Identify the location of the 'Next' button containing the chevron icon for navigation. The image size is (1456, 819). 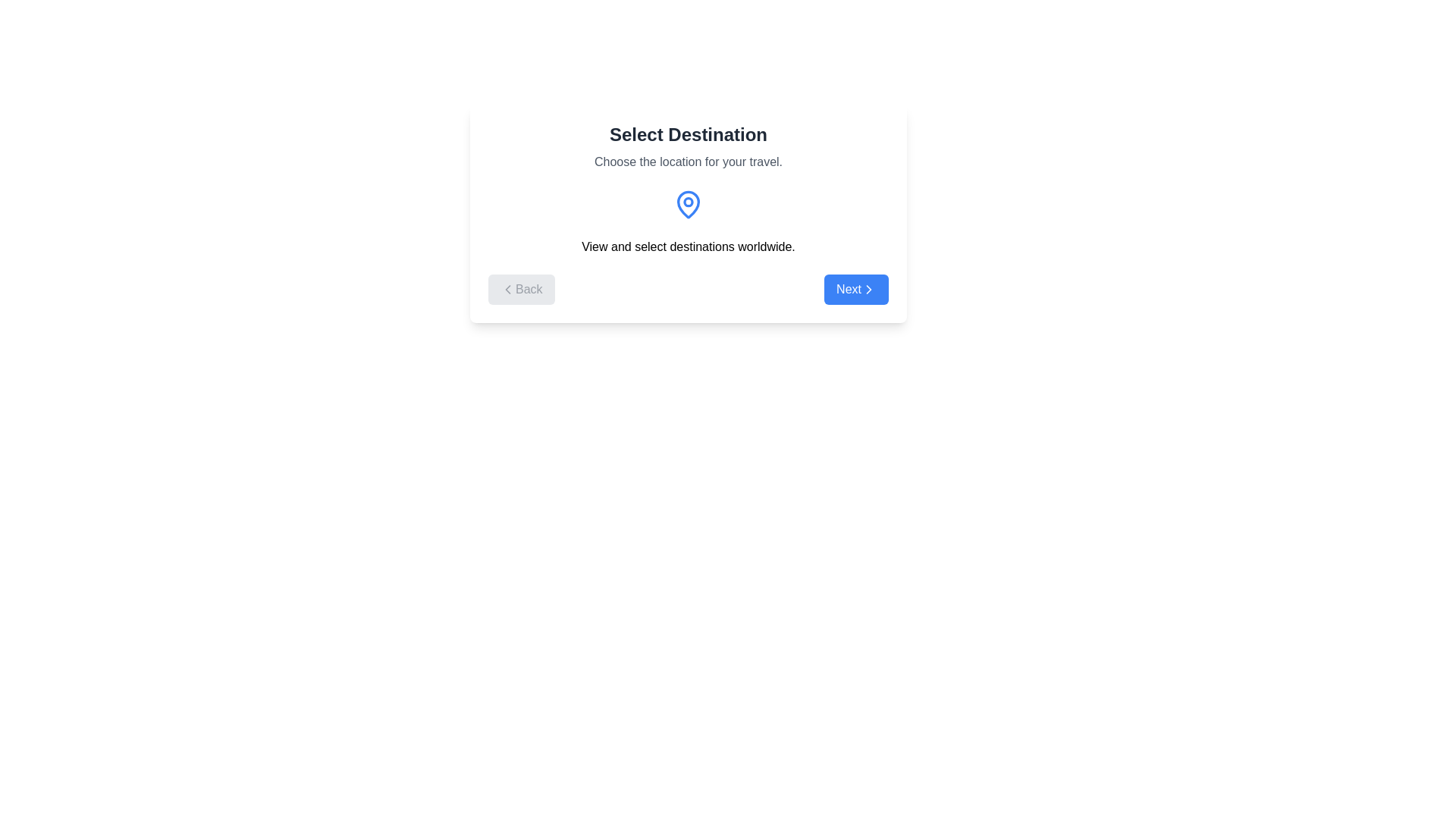
(869, 289).